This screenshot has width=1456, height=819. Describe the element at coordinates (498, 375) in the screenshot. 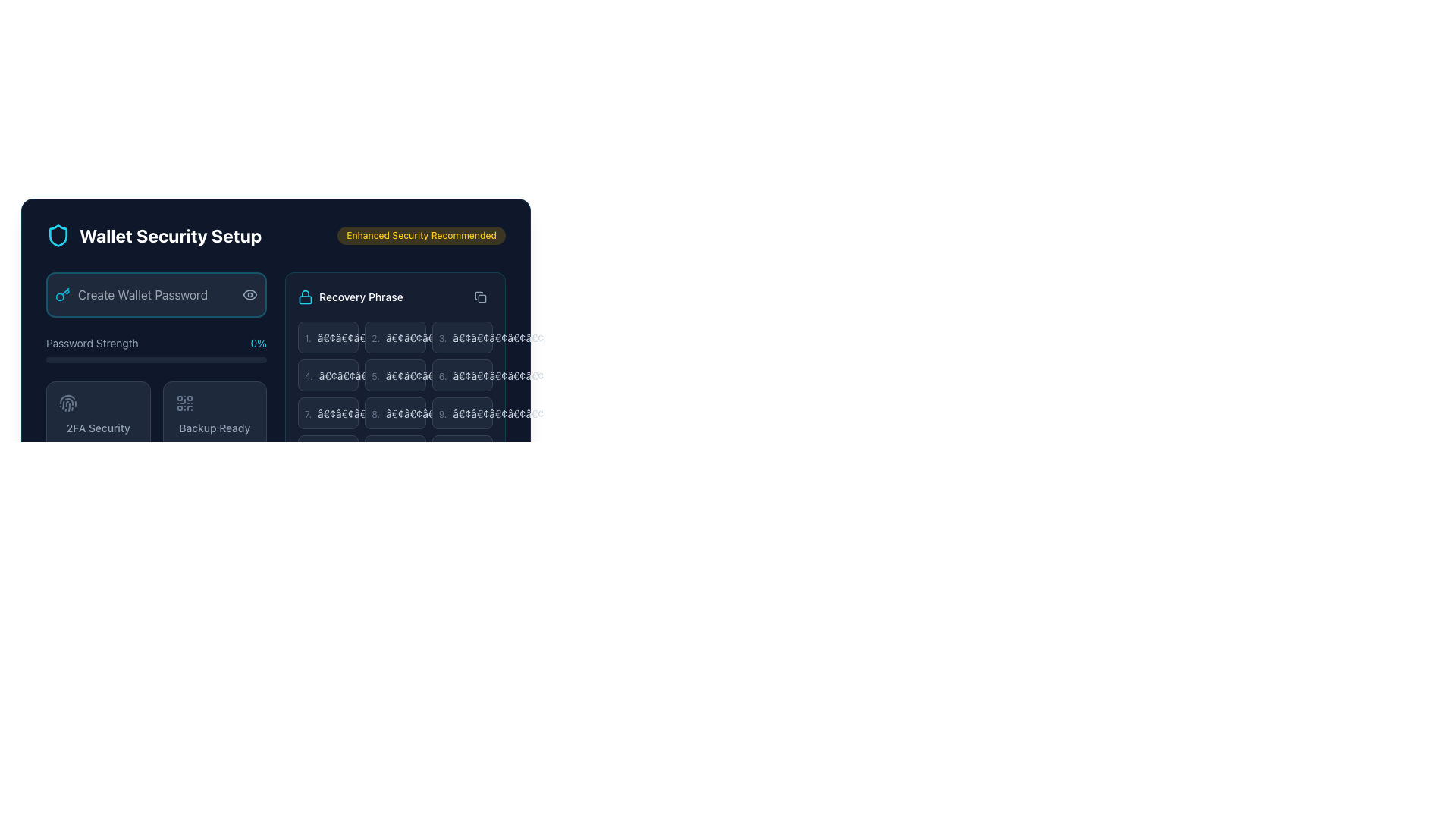

I see `the static text displaying five bullet-like symbols '•••••' in the sixth row of the 'Recovery Phrase' list` at that location.